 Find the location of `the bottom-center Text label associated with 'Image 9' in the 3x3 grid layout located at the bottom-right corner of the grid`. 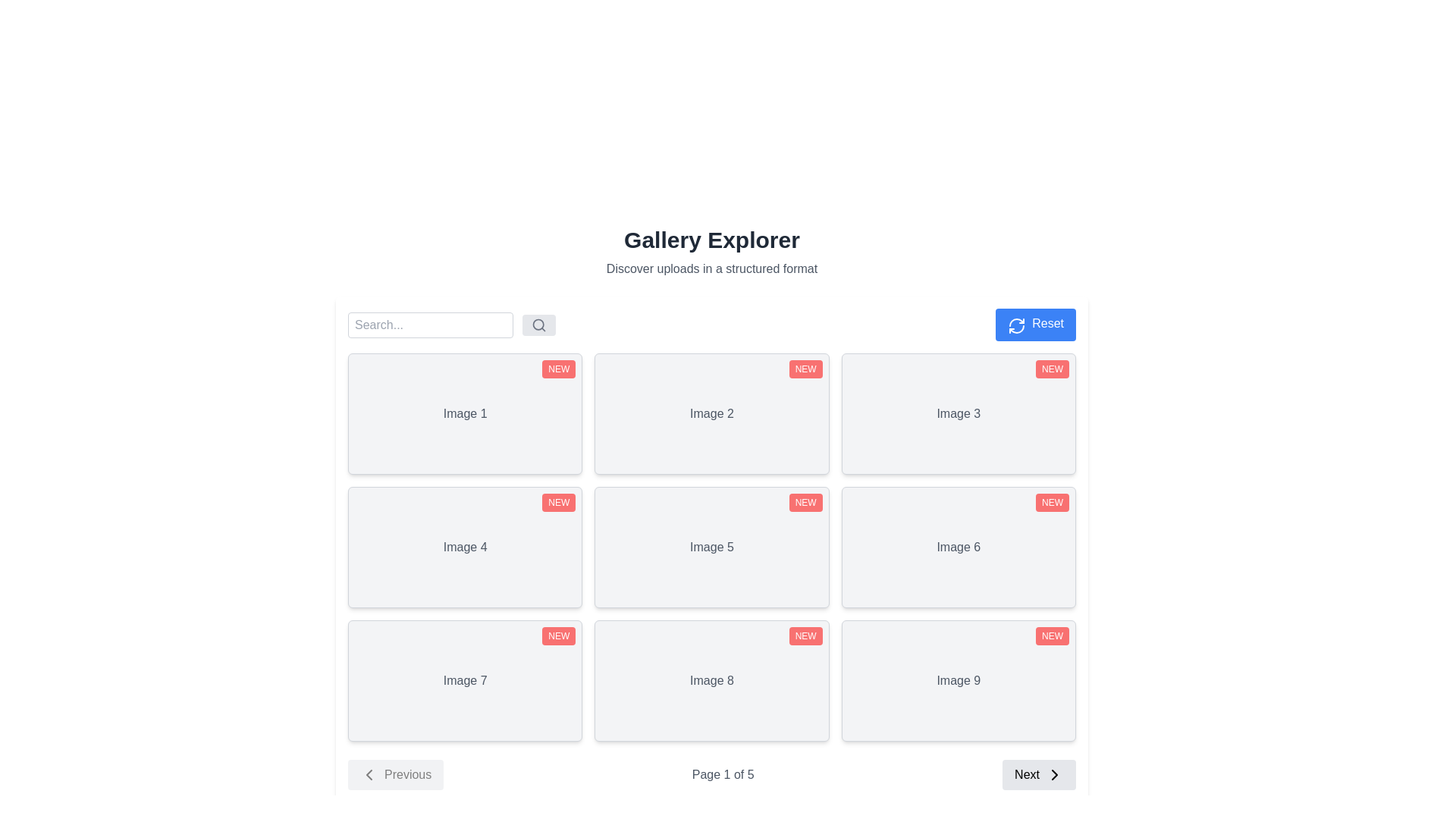

the bottom-center Text label associated with 'Image 9' in the 3x3 grid layout located at the bottom-right corner of the grid is located at coordinates (958, 680).